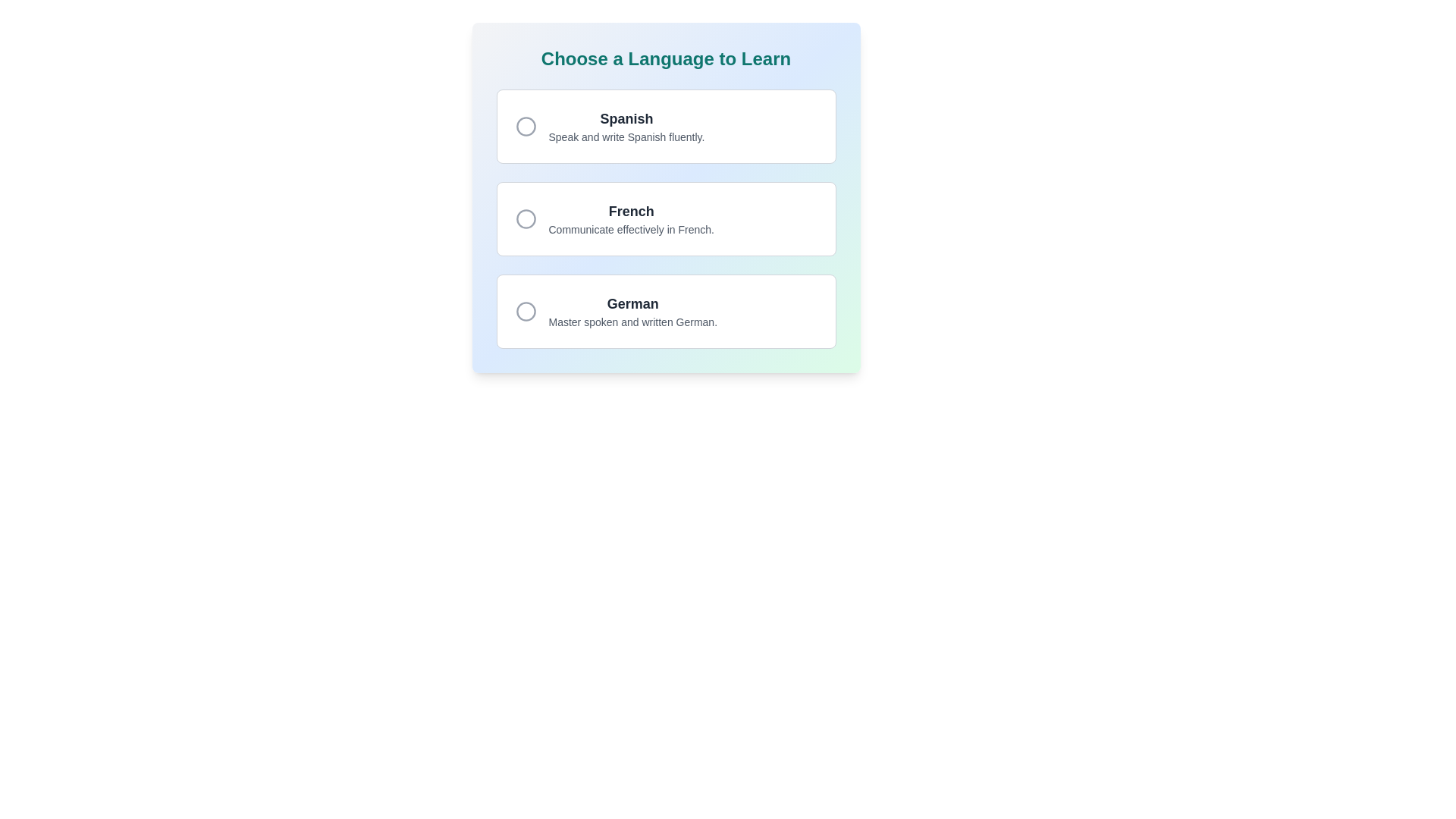 The image size is (1456, 819). What do you see at coordinates (631, 219) in the screenshot?
I see `descriptive text label for the French language option, which provides information about its purpose and usage in the language selection interface` at bounding box center [631, 219].